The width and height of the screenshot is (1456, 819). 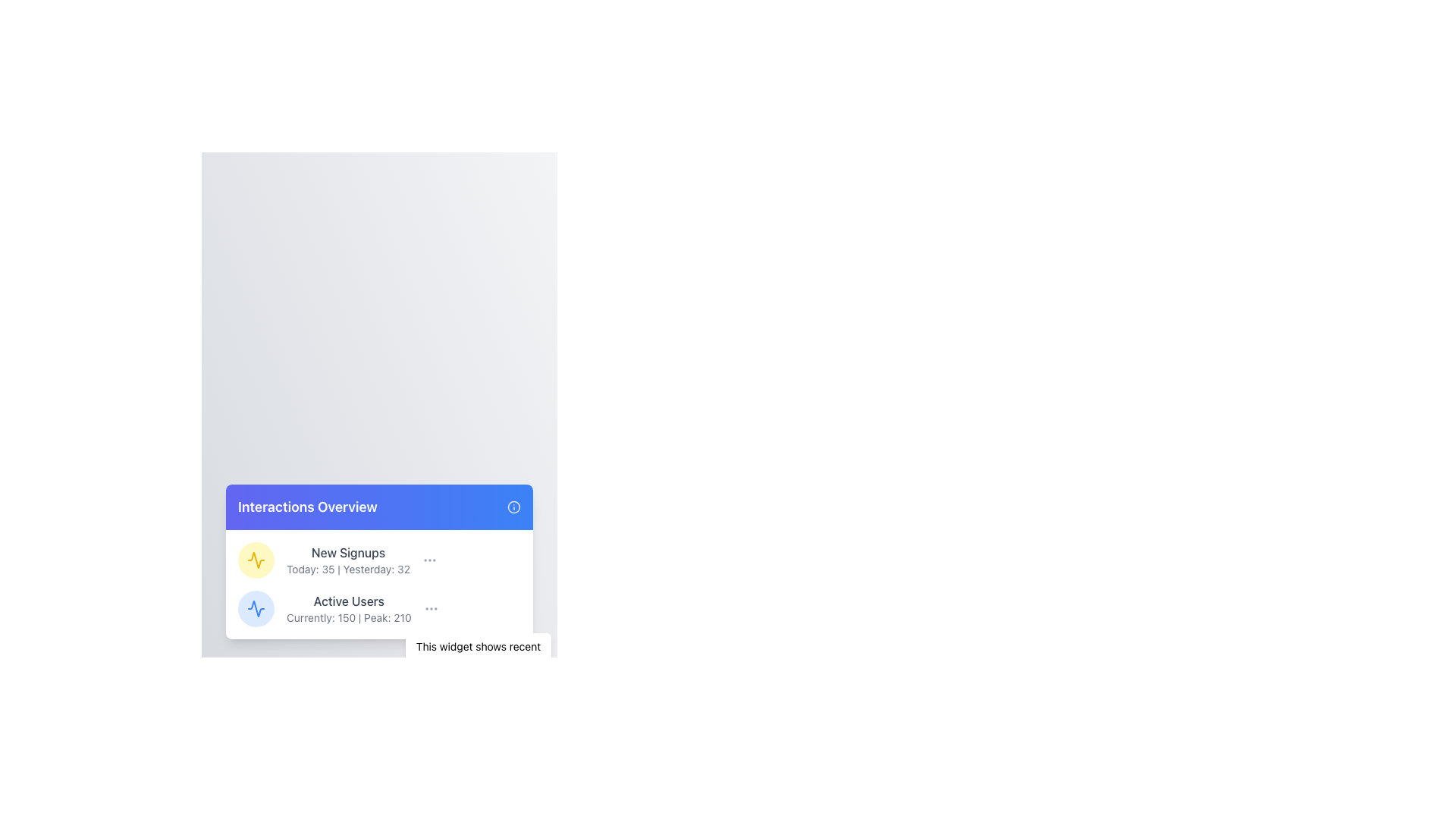 What do you see at coordinates (513, 507) in the screenshot?
I see `the circular vector graphic within the 'info' icon, which is part of the blue banner titled 'Interactions Overview'` at bounding box center [513, 507].